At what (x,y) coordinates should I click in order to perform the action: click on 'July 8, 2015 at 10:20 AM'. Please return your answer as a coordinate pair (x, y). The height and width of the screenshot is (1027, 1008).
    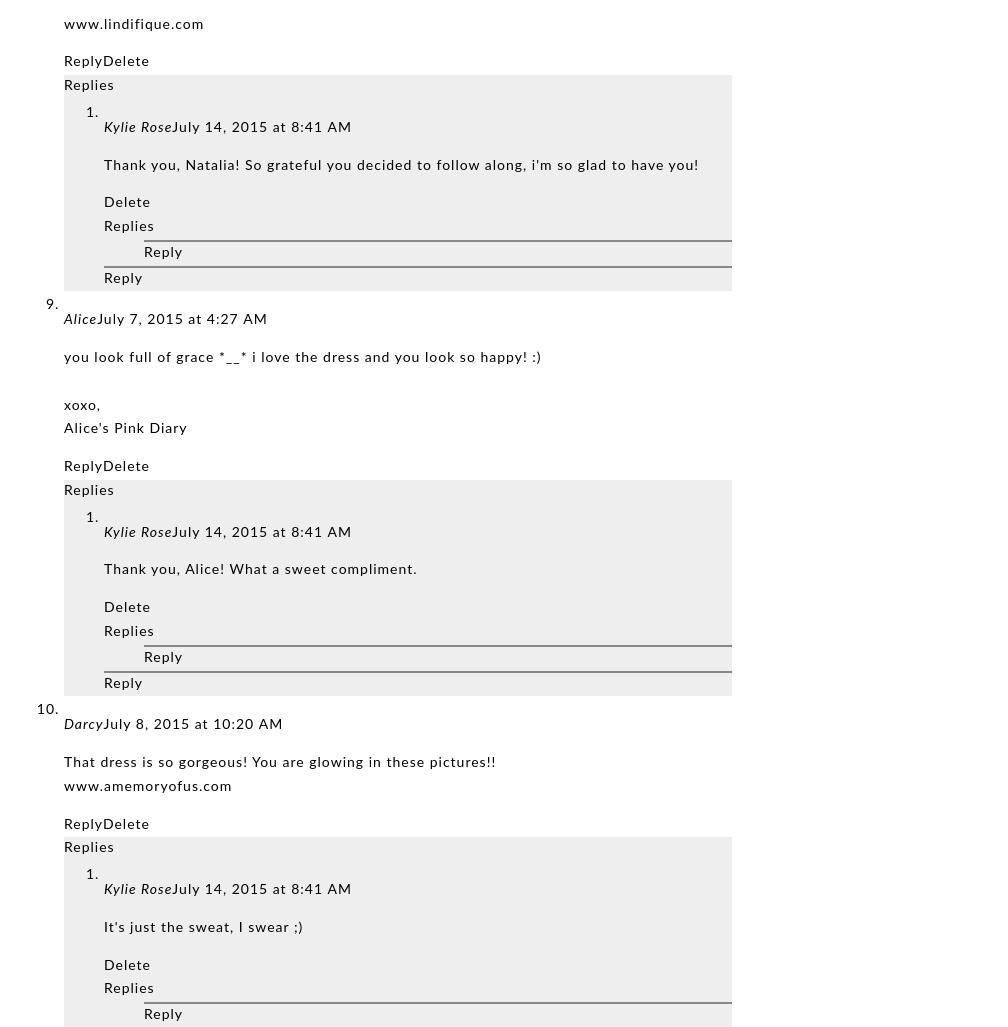
    Looking at the image, I should click on (193, 724).